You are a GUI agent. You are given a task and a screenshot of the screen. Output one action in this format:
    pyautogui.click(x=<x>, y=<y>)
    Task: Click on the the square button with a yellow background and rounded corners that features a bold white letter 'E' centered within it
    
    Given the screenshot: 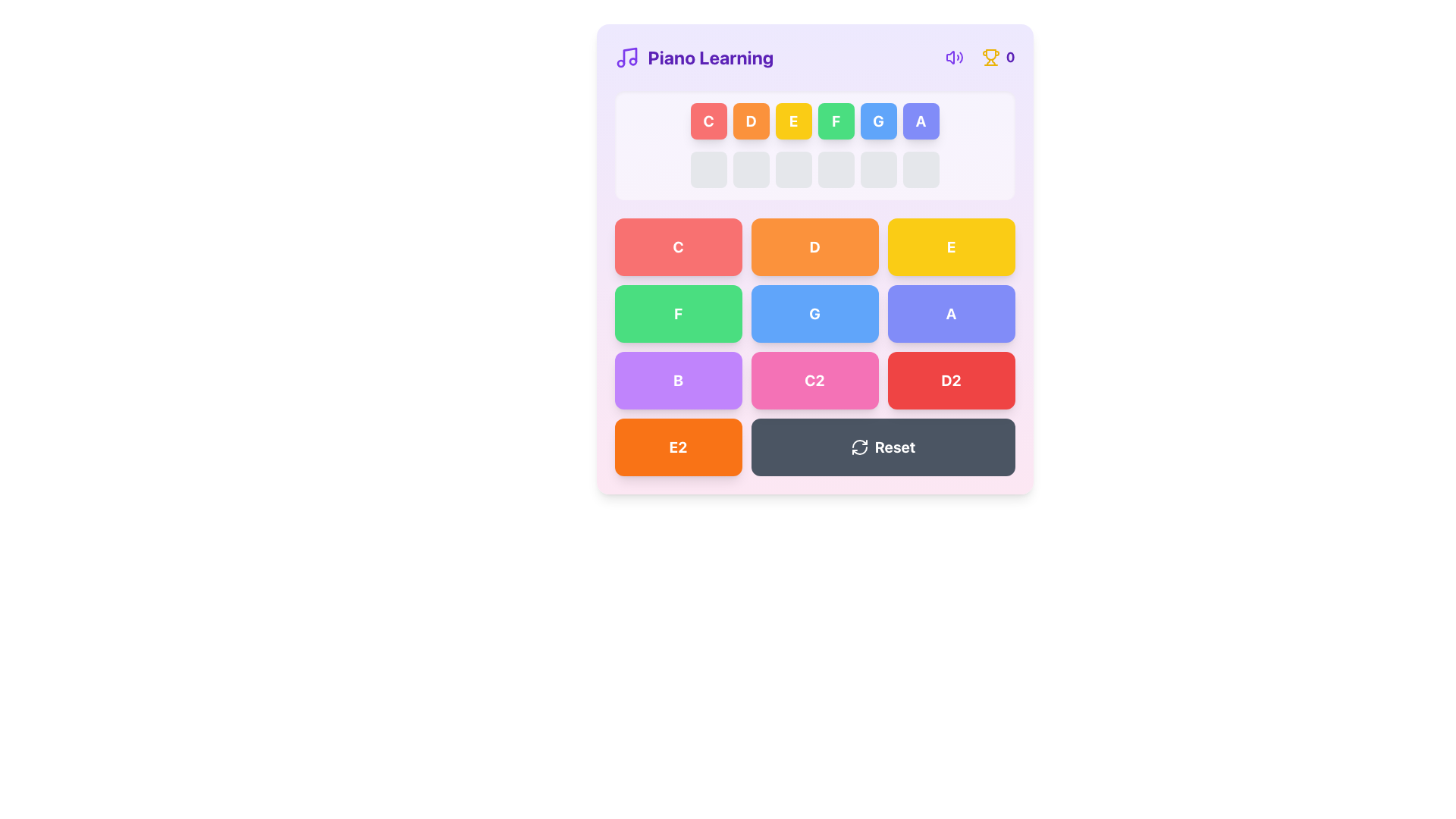 What is the action you would take?
    pyautogui.click(x=792, y=120)
    